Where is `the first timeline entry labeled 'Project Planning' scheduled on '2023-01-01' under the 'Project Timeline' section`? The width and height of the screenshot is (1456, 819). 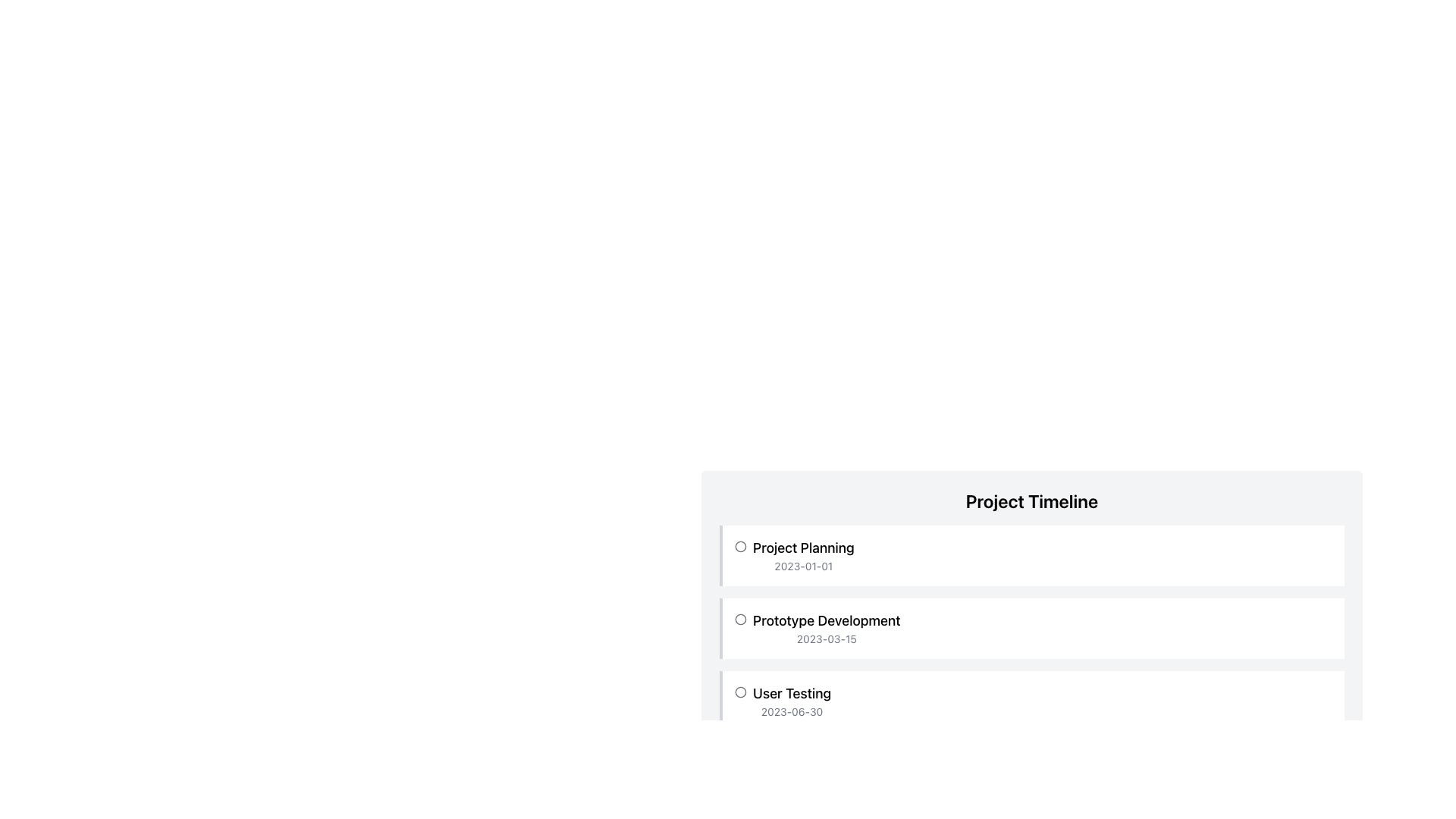
the first timeline entry labeled 'Project Planning' scheduled on '2023-01-01' under the 'Project Timeline' section is located at coordinates (1033, 555).